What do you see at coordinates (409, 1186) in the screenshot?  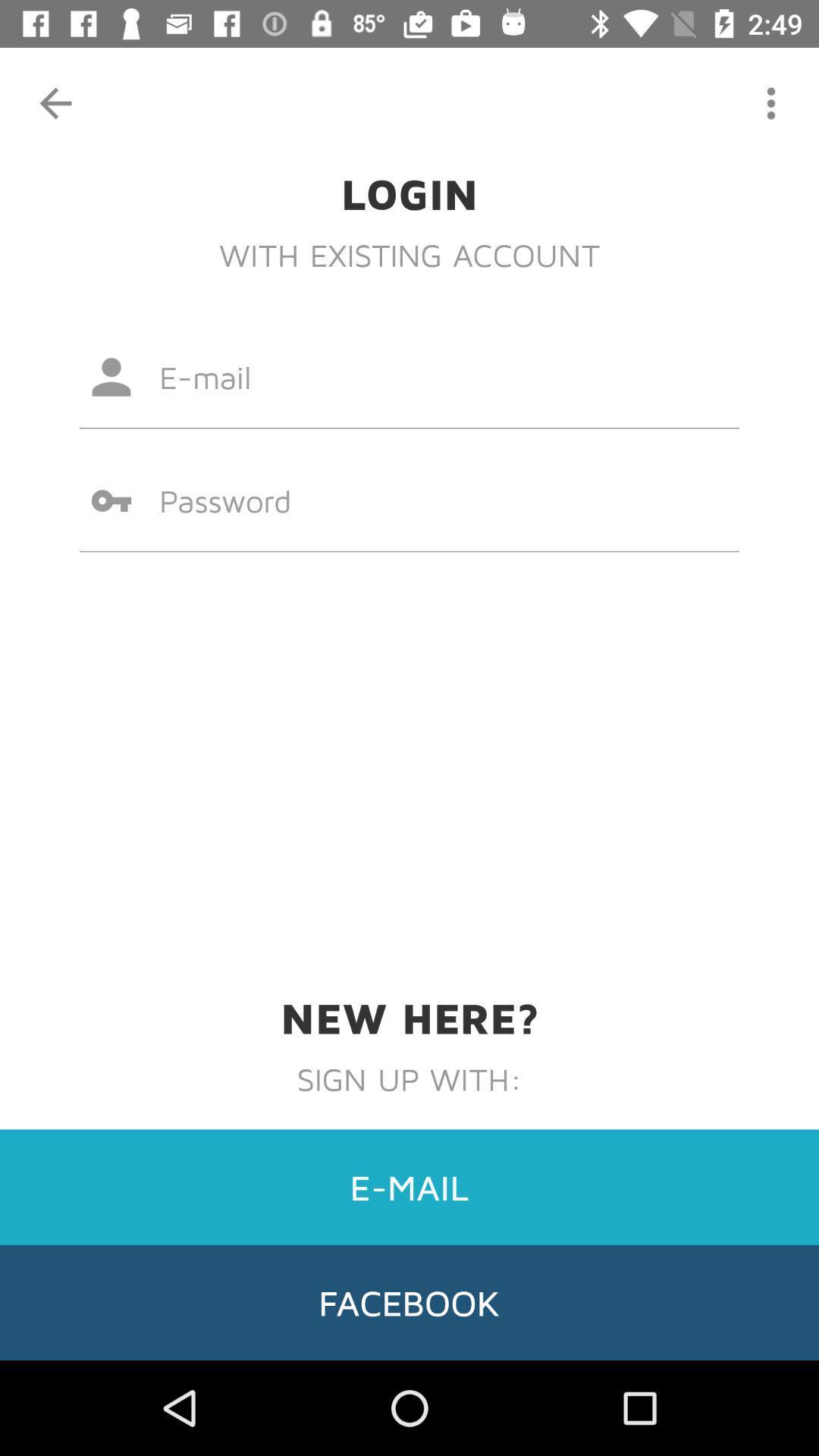 I see `item below sign up with:` at bounding box center [409, 1186].